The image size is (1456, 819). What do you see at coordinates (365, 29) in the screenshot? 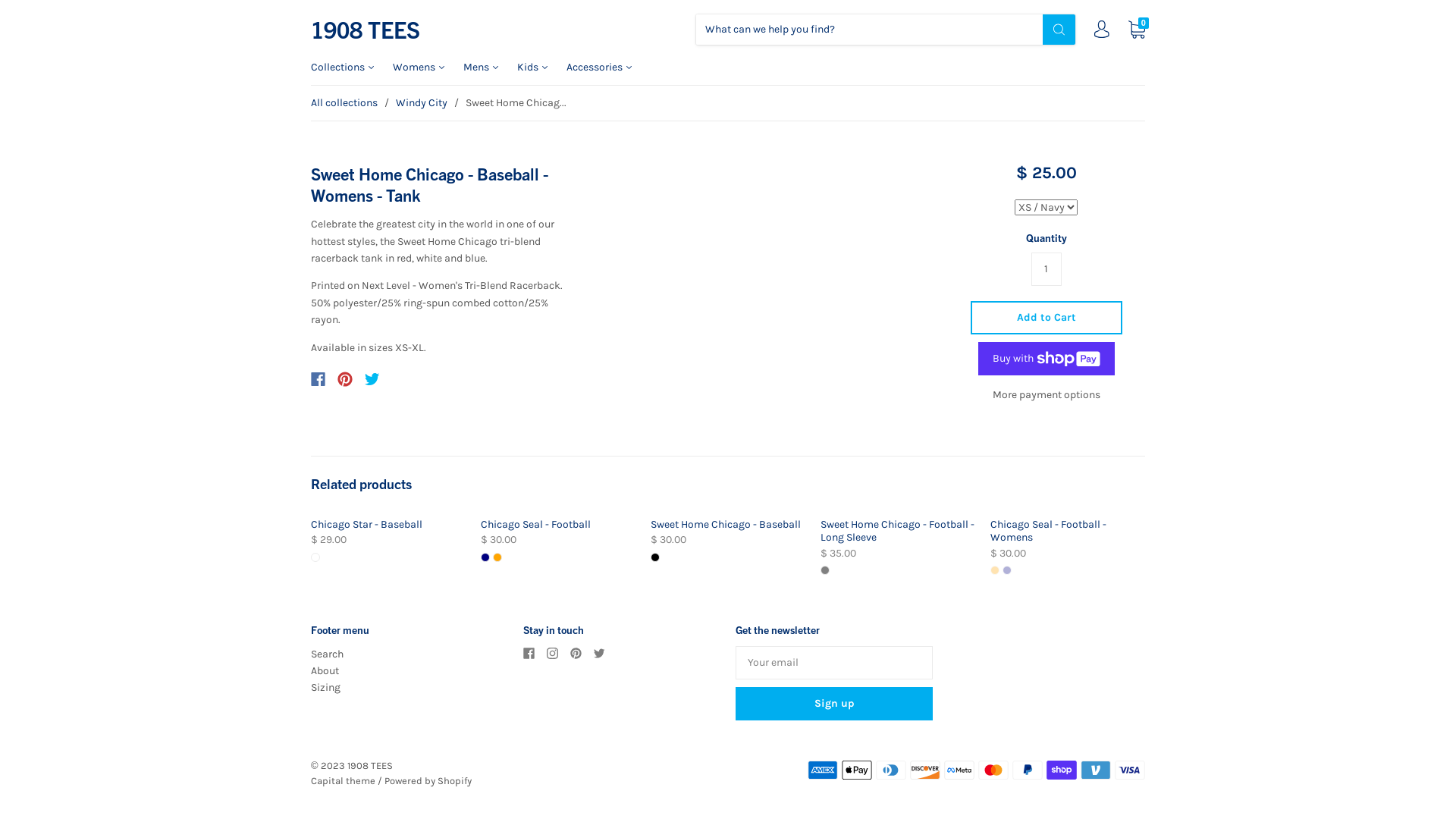
I see `'1908 TEES'` at bounding box center [365, 29].